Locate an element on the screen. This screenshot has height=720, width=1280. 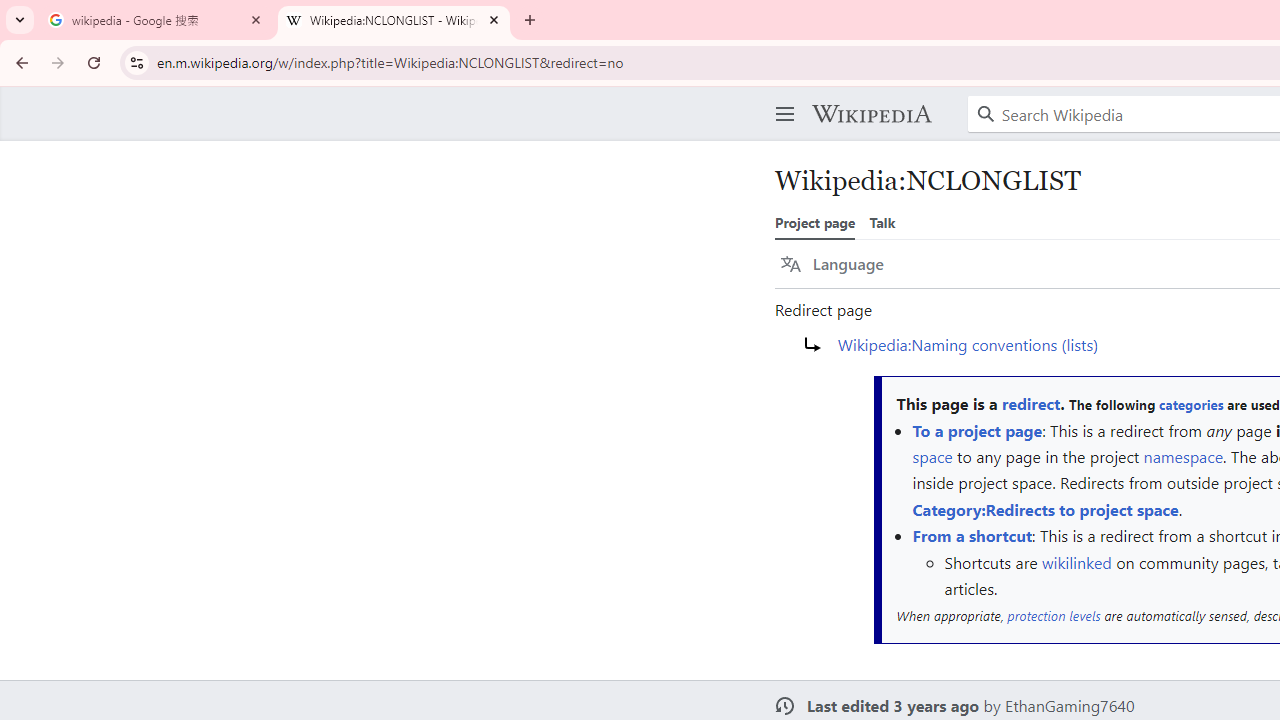
'From a shortcut' is located at coordinates (972, 535).